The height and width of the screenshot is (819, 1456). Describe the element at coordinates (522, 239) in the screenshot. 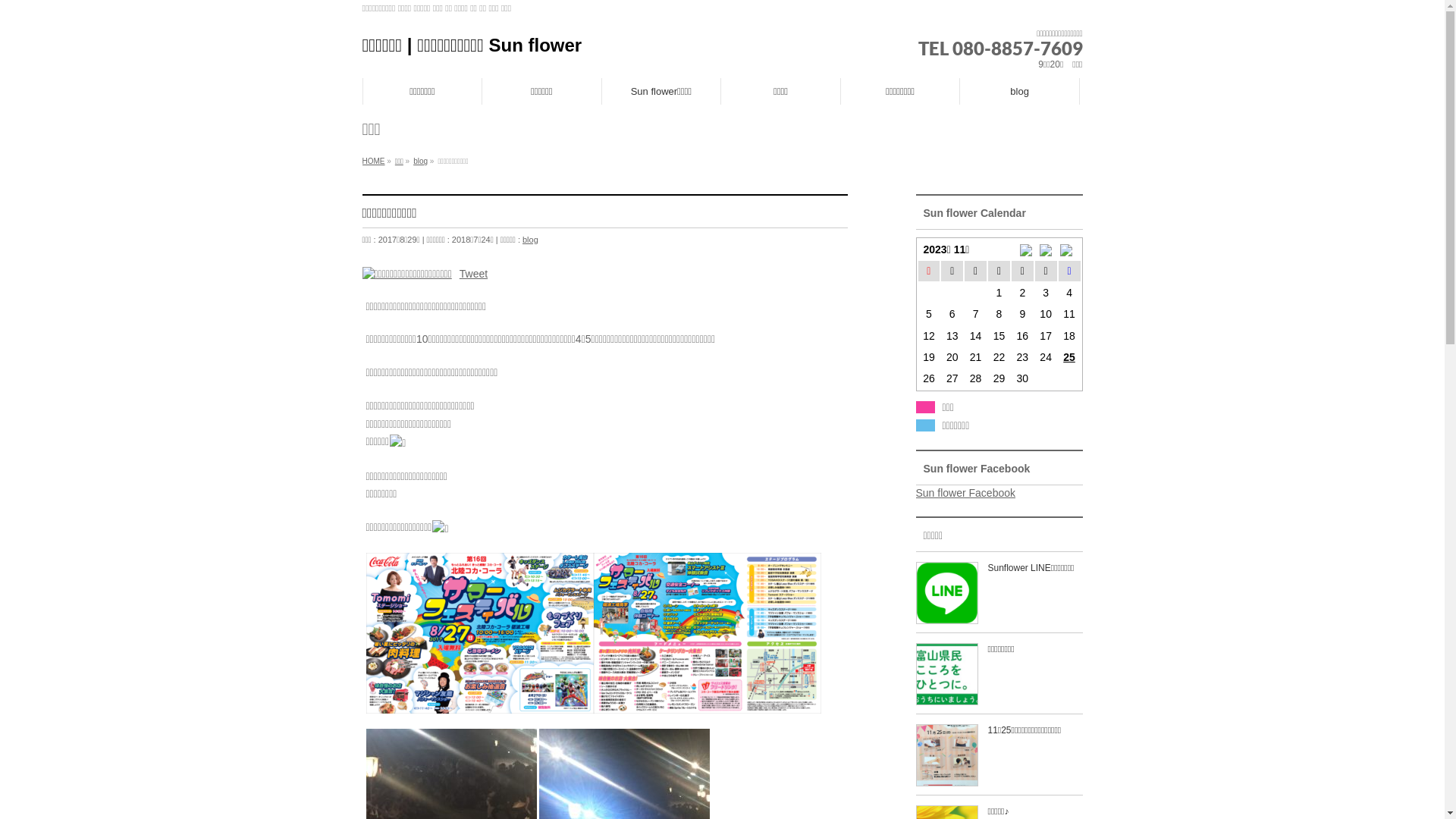

I see `'blog'` at that location.